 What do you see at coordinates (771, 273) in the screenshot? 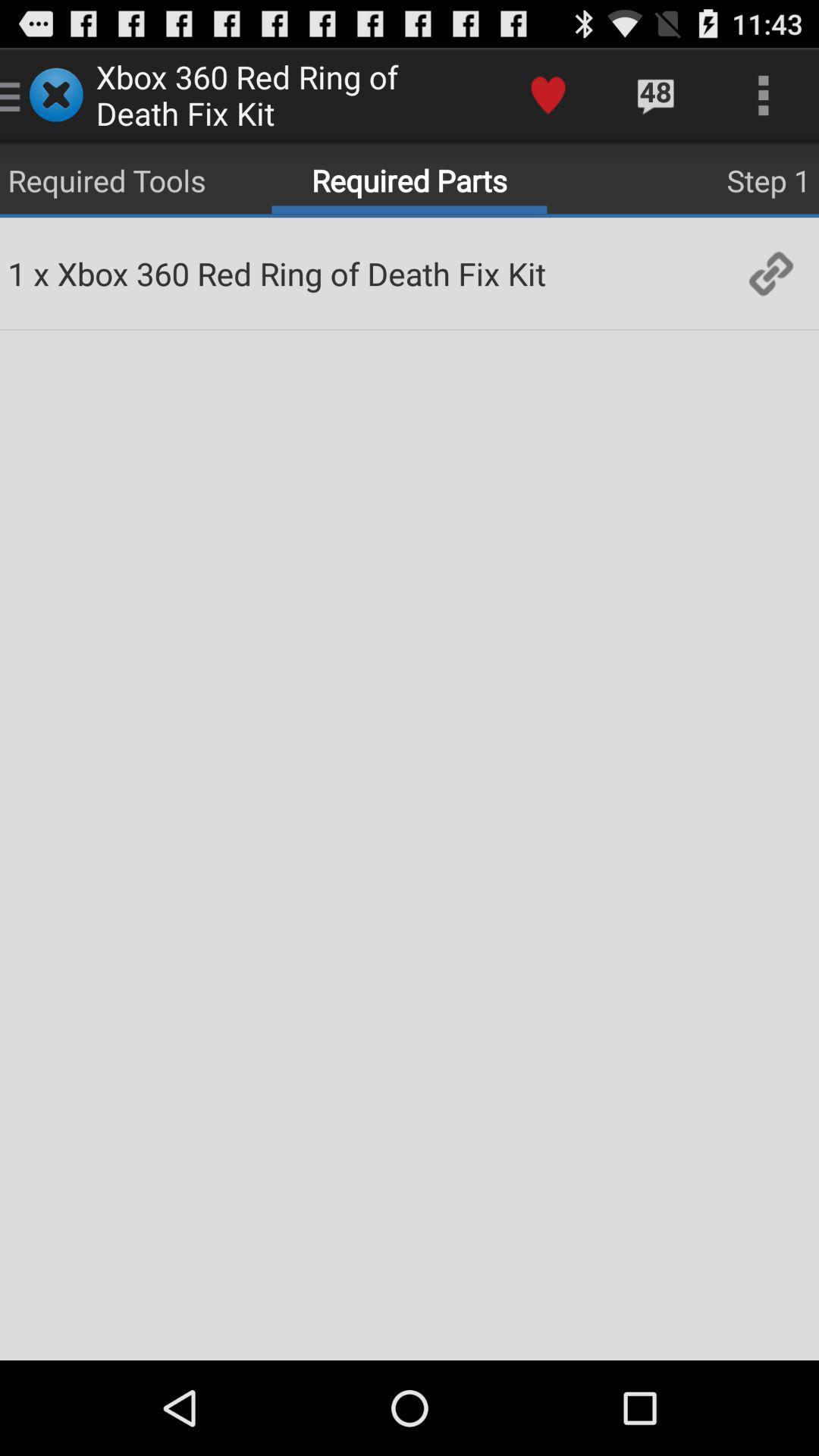
I see `item next to xbox 360 red` at bounding box center [771, 273].